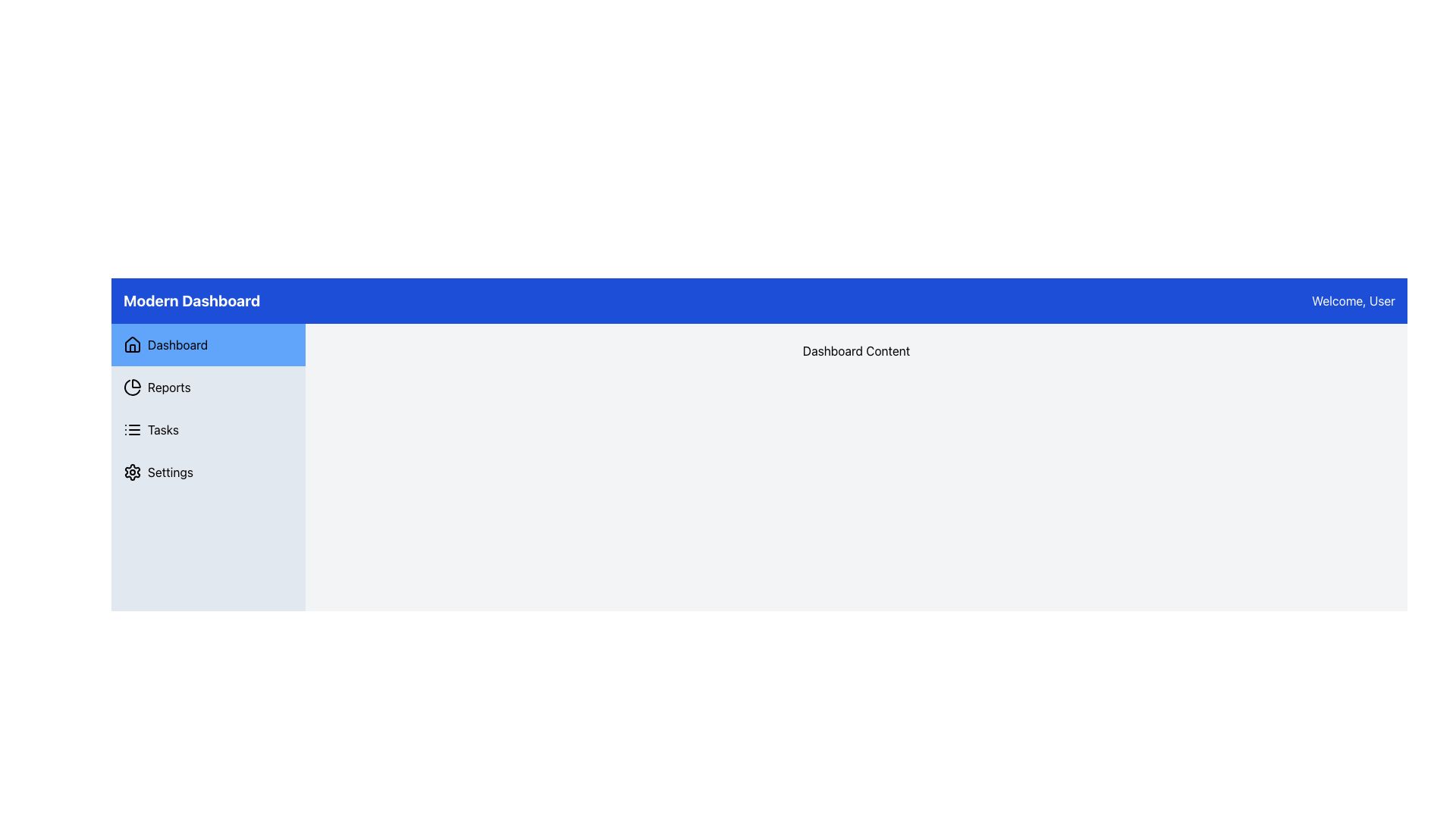  I want to click on the blue 'Dashboard' button located at the top of the vertical stack of buttons on the left sidebar, so click(207, 345).